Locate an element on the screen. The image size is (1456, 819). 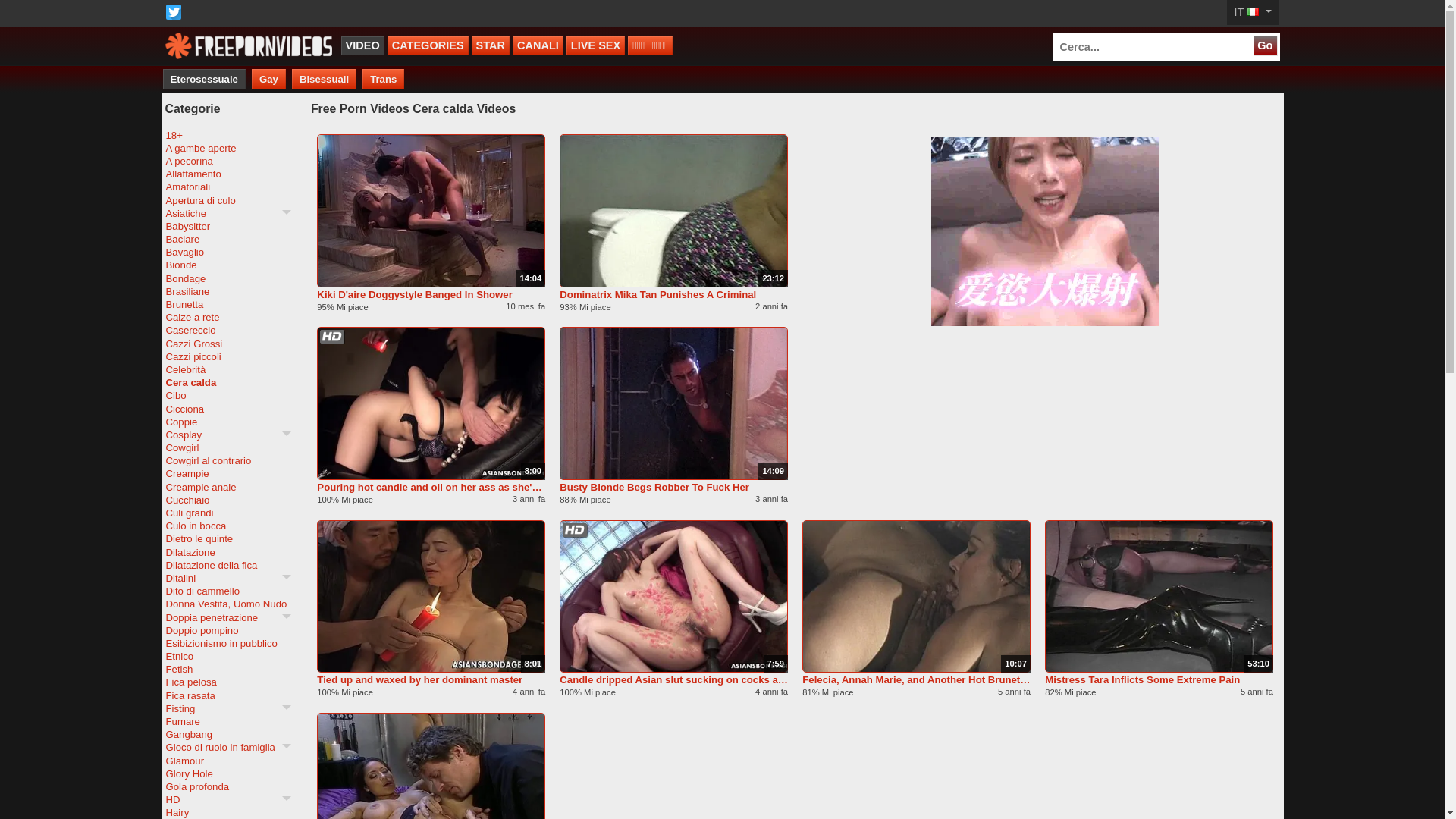
'Fetish' is located at coordinates (227, 668).